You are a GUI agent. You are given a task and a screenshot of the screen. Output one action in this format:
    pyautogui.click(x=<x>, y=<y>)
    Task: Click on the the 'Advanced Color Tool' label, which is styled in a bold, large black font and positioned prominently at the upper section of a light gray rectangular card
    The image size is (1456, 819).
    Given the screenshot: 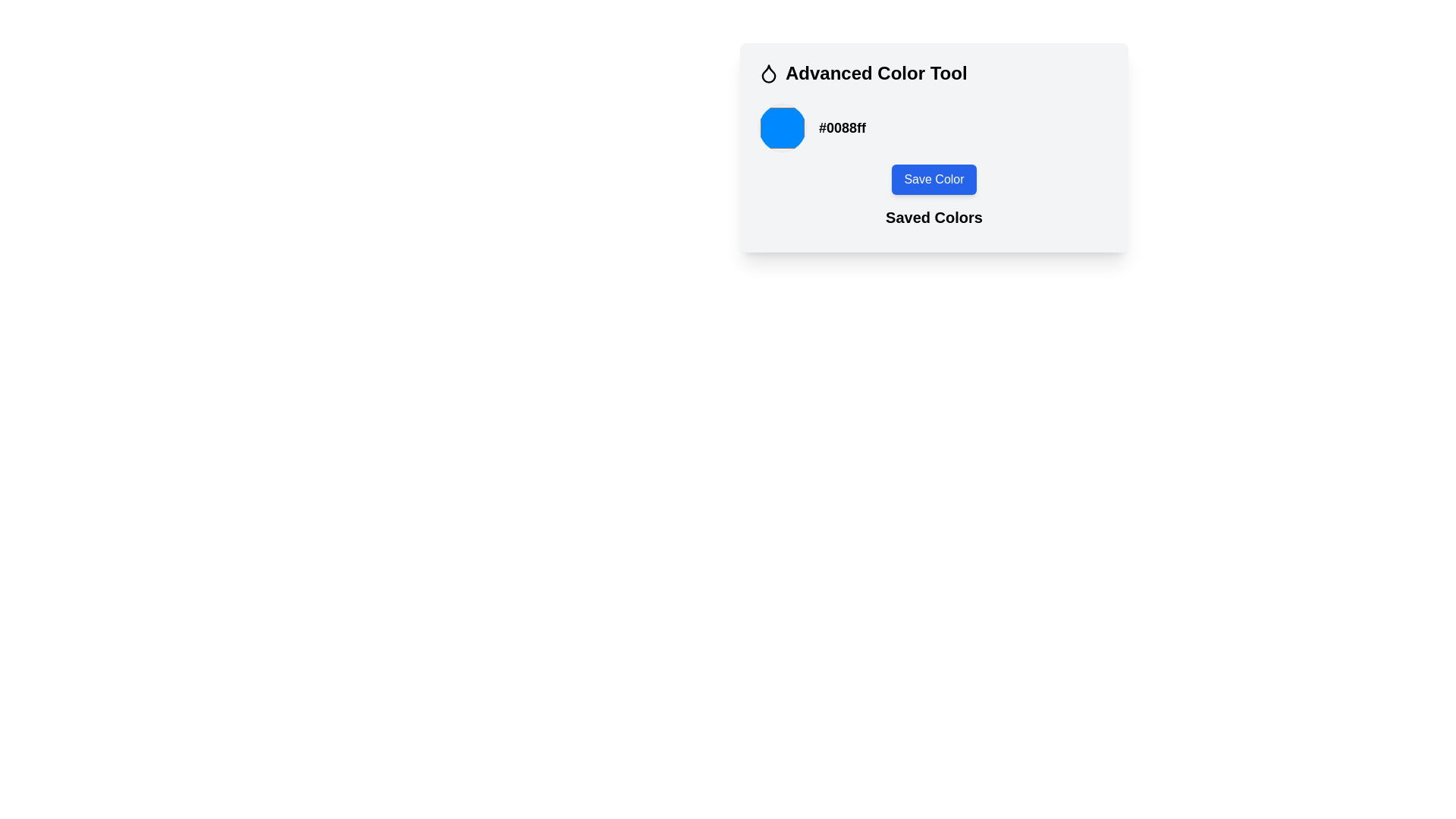 What is the action you would take?
    pyautogui.click(x=876, y=73)
    